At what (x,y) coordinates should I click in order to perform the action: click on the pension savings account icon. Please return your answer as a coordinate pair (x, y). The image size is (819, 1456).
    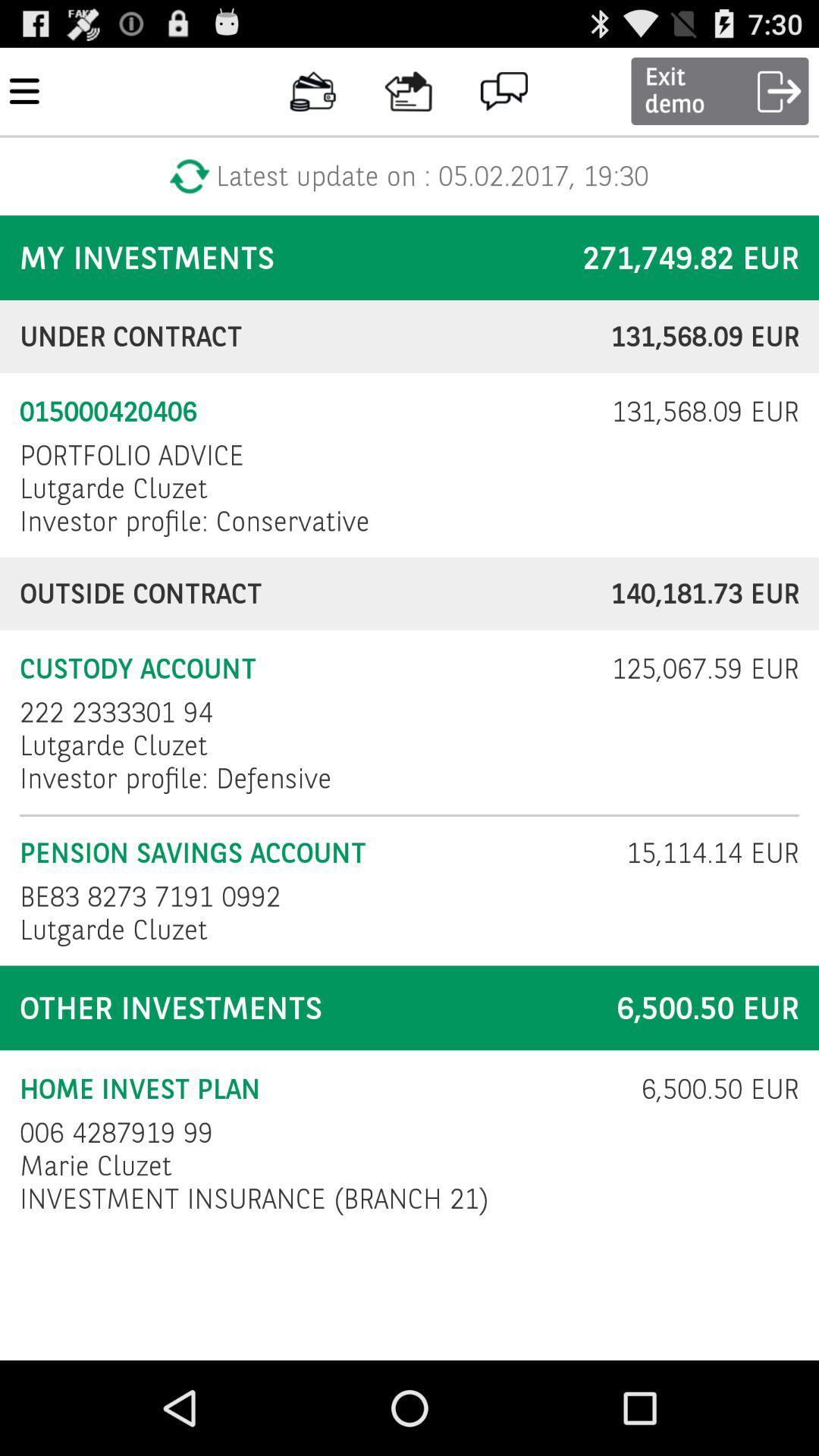
    Looking at the image, I should click on (312, 853).